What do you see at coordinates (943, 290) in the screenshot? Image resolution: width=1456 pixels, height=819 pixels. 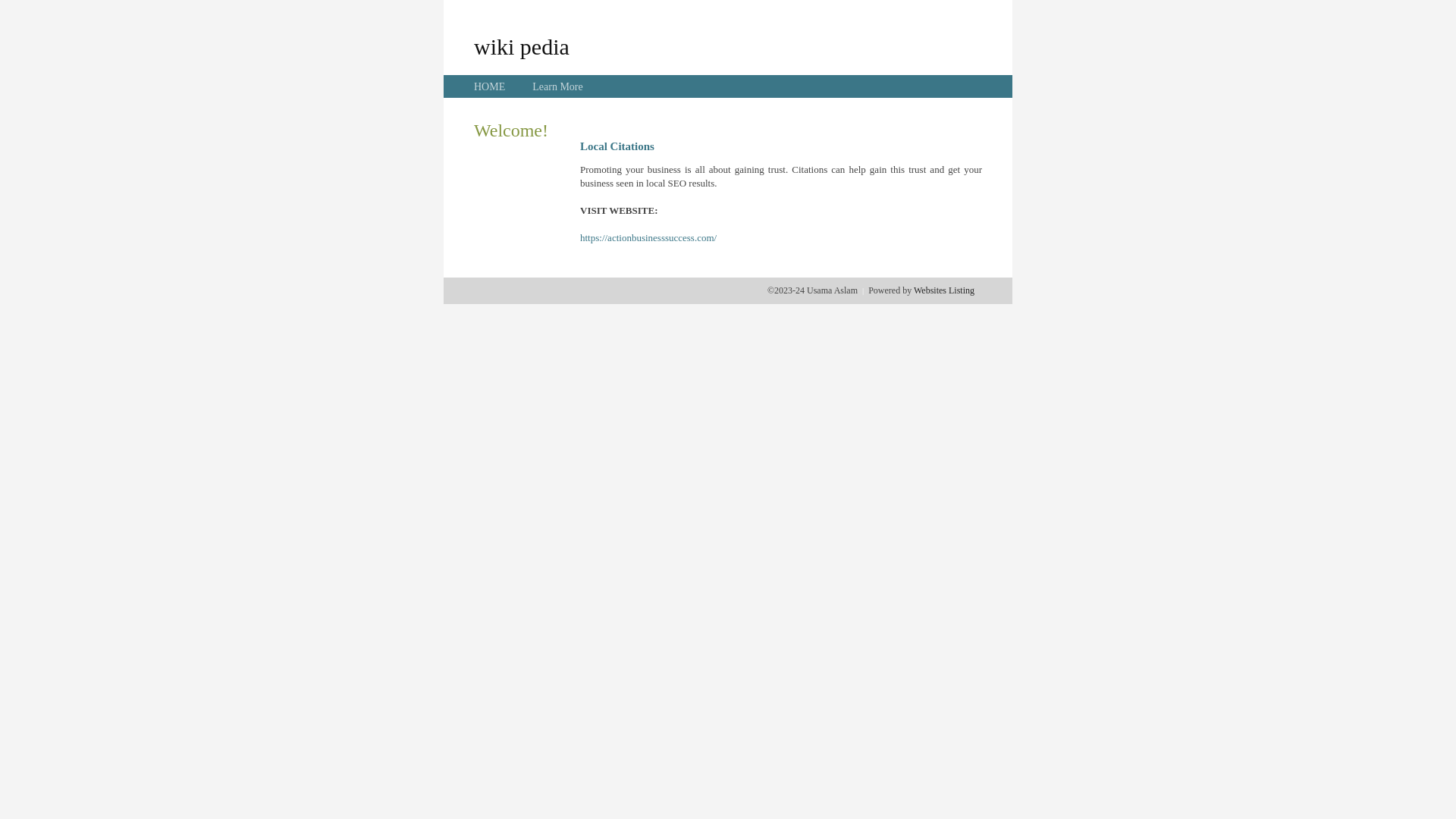 I see `'Websites Listing'` at bounding box center [943, 290].